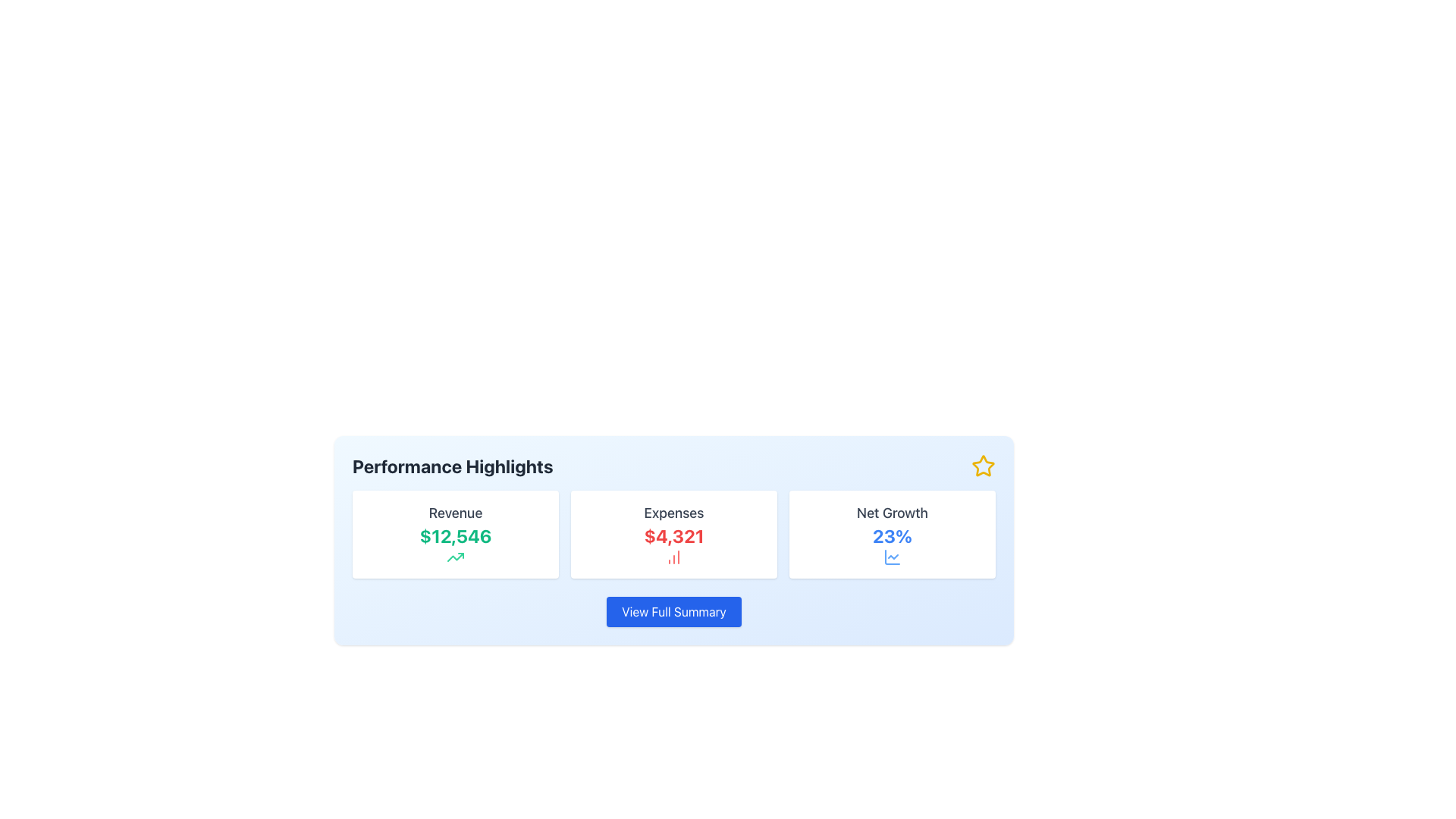  What do you see at coordinates (983, 465) in the screenshot?
I see `the star-shaped icon with a hollow center and yellow outline located in the top-right corner of the blue panel labeled 'Performance Highlights'` at bounding box center [983, 465].